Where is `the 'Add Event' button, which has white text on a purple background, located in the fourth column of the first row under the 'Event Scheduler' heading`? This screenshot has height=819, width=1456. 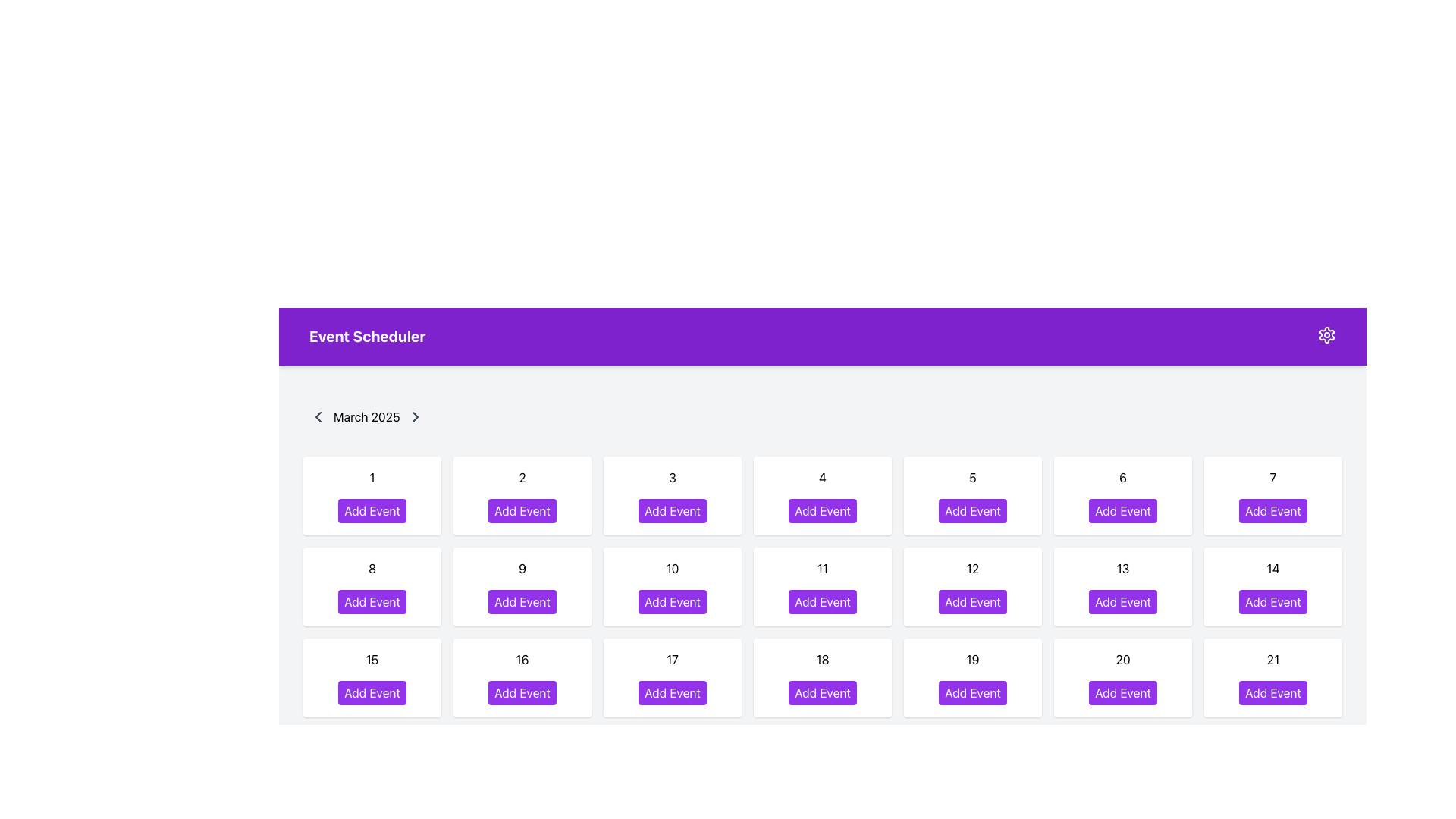
the 'Add Event' button, which has white text on a purple background, located in the fourth column of the first row under the 'Event Scheduler' heading is located at coordinates (821, 511).